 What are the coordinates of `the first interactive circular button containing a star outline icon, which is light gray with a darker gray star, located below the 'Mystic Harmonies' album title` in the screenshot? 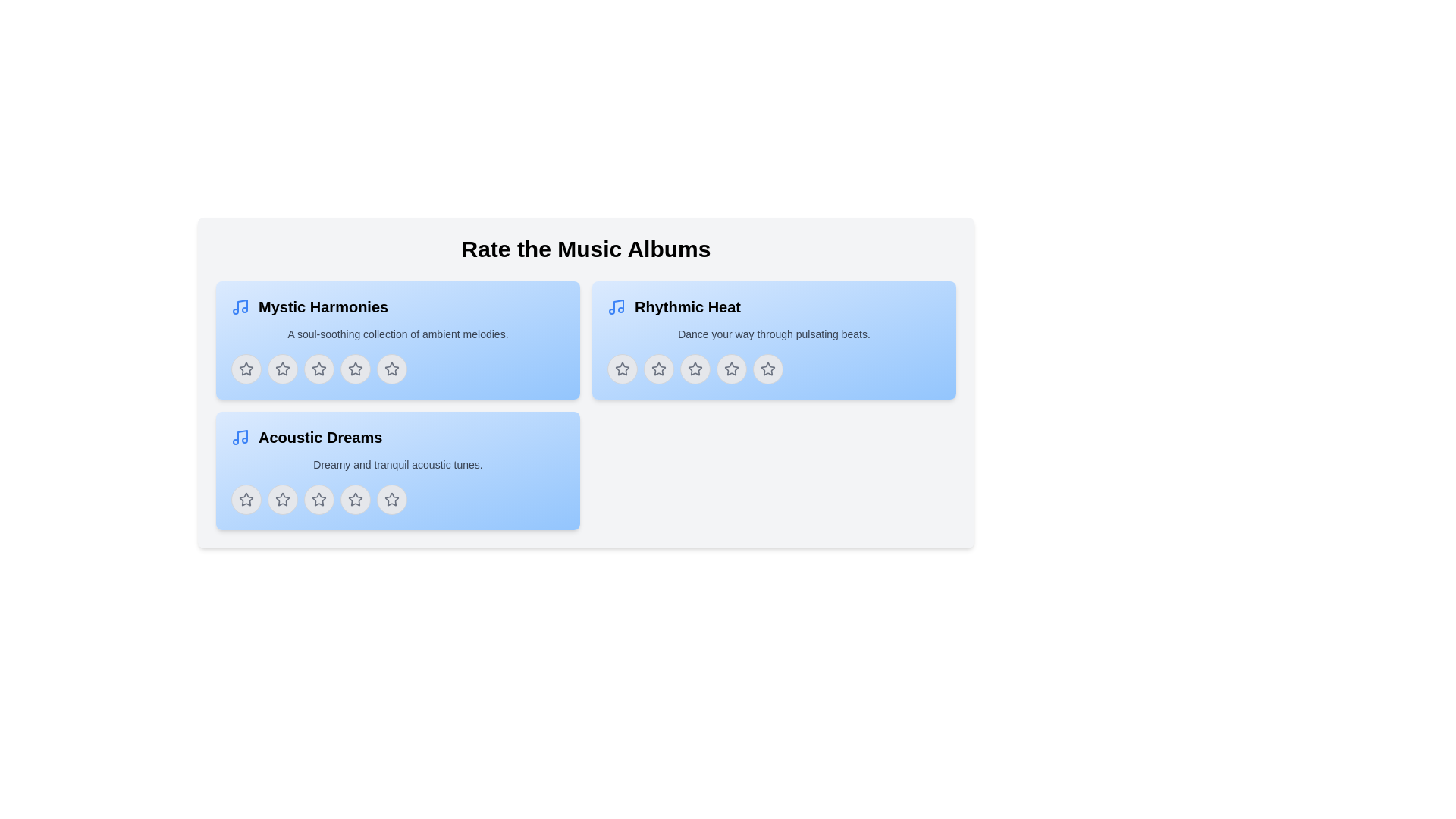 It's located at (246, 369).